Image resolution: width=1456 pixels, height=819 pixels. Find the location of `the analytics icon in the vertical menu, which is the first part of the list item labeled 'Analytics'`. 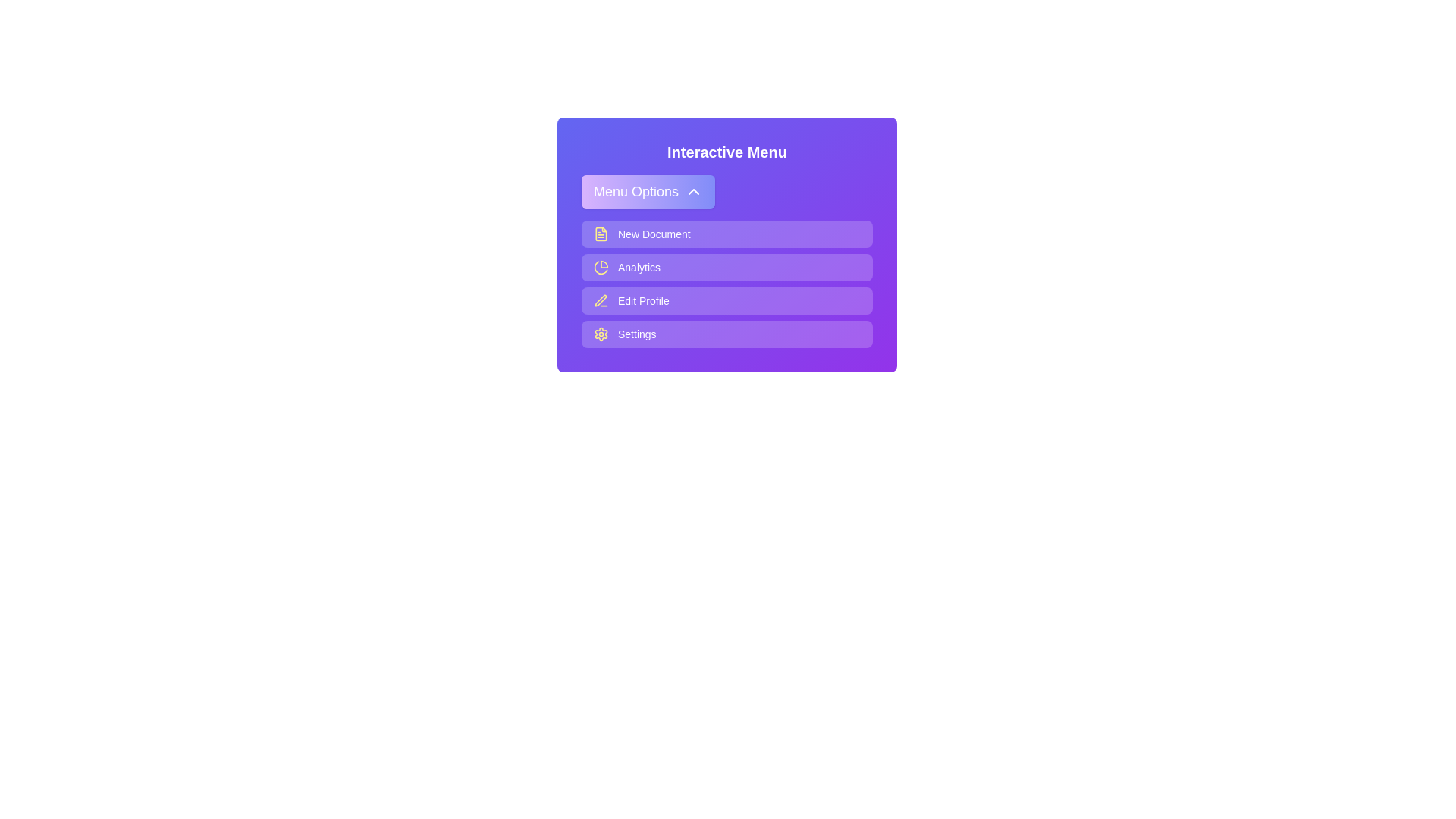

the analytics icon in the vertical menu, which is the first part of the list item labeled 'Analytics' is located at coordinates (600, 267).